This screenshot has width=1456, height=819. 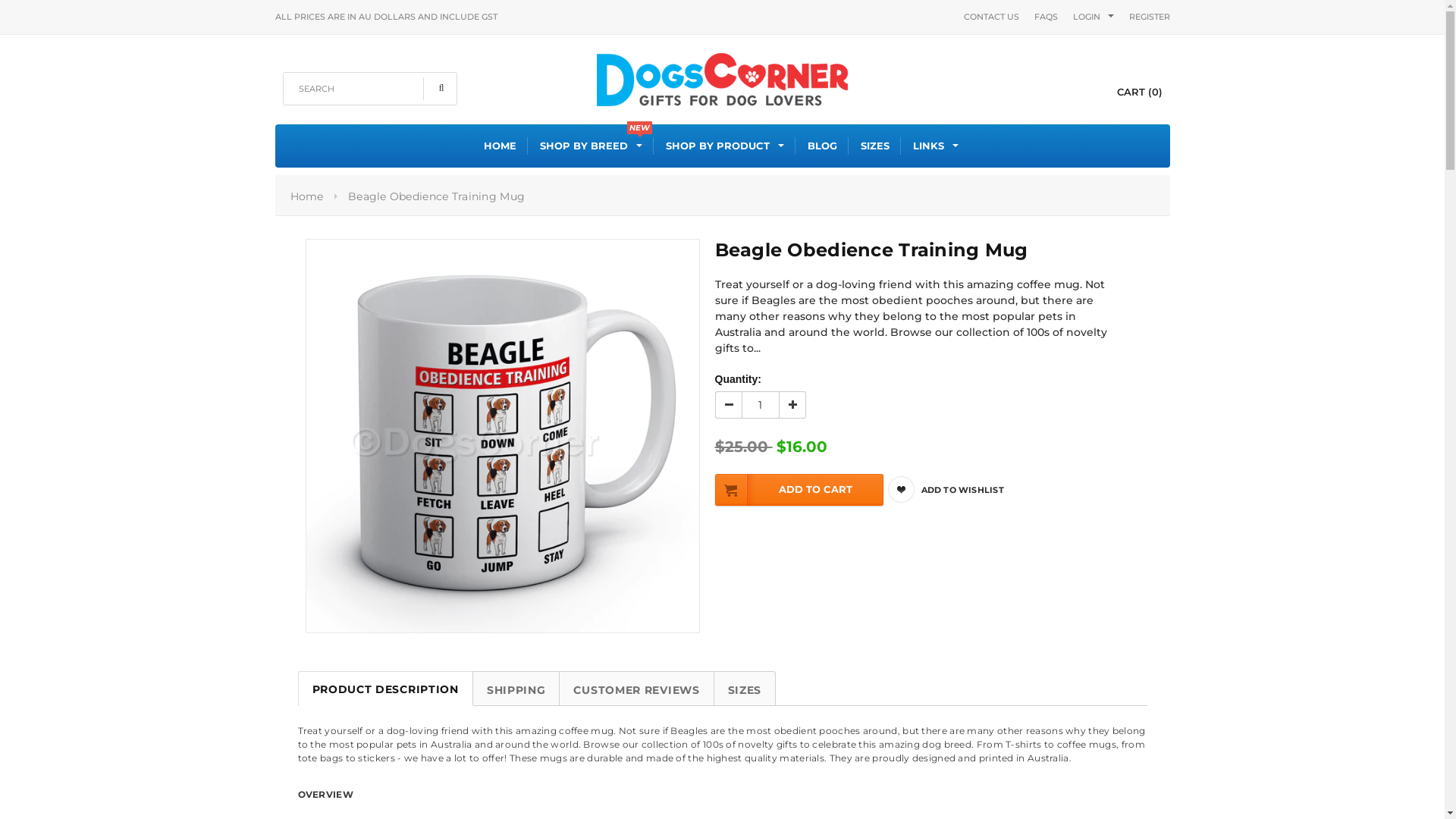 What do you see at coordinates (1149, 17) in the screenshot?
I see `'REGISTER'` at bounding box center [1149, 17].